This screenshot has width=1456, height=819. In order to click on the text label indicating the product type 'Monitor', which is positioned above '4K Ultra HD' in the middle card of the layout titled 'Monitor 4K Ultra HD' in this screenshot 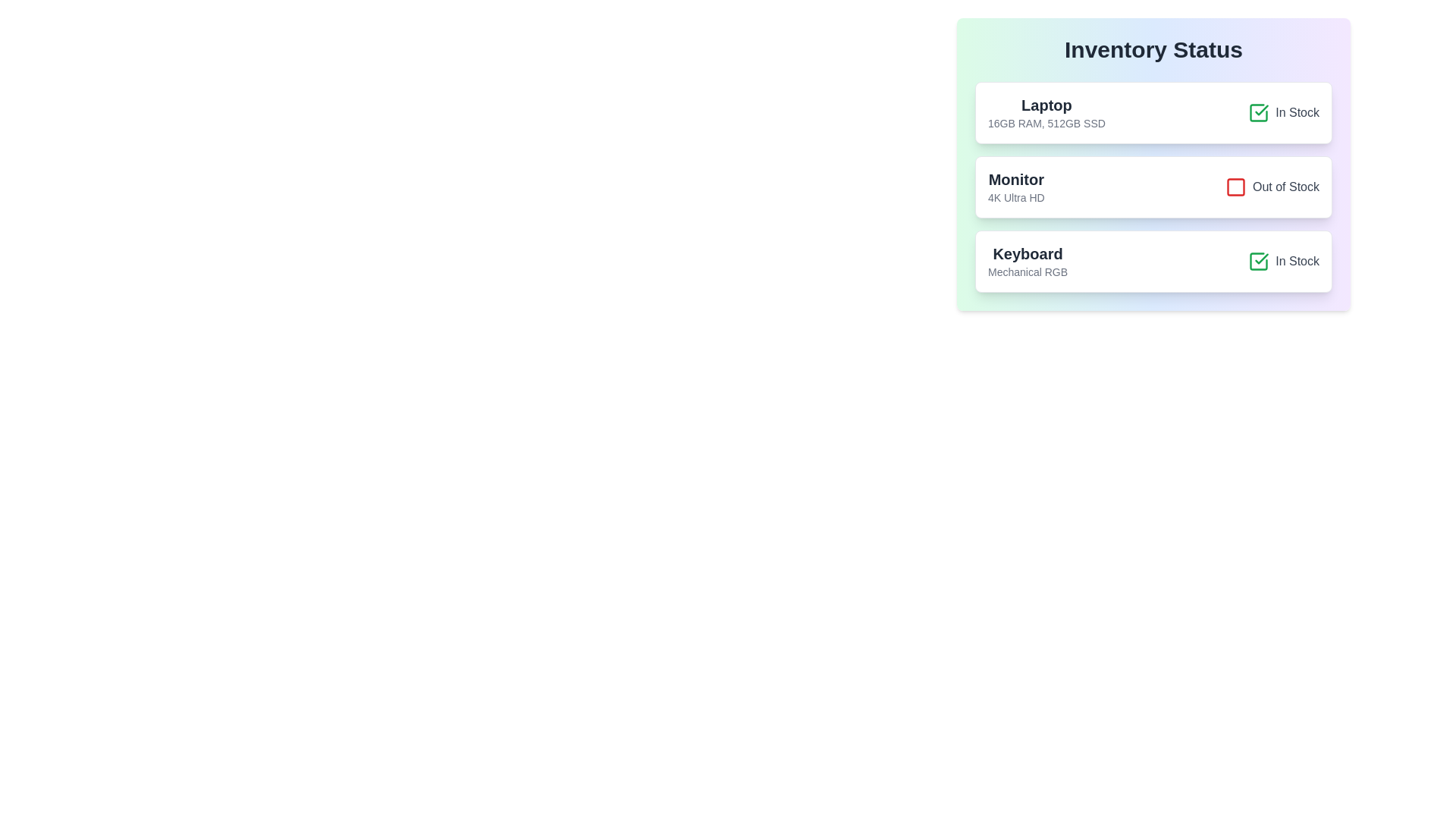, I will do `click(1016, 178)`.